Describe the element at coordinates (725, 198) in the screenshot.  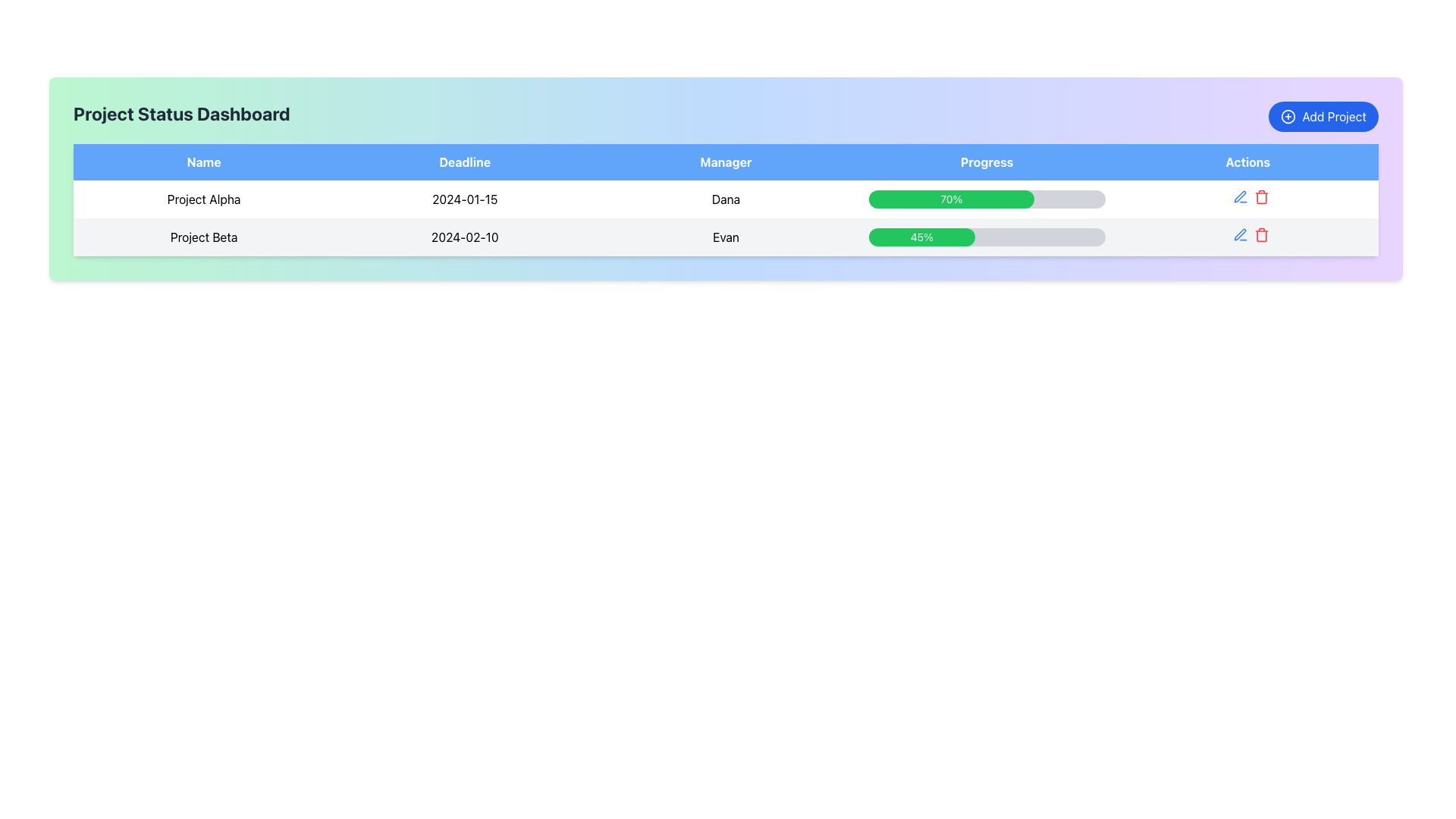
I see `the text label 'Dana' located in the 'Manager' column of the table row for 'Project Alpha'` at that location.